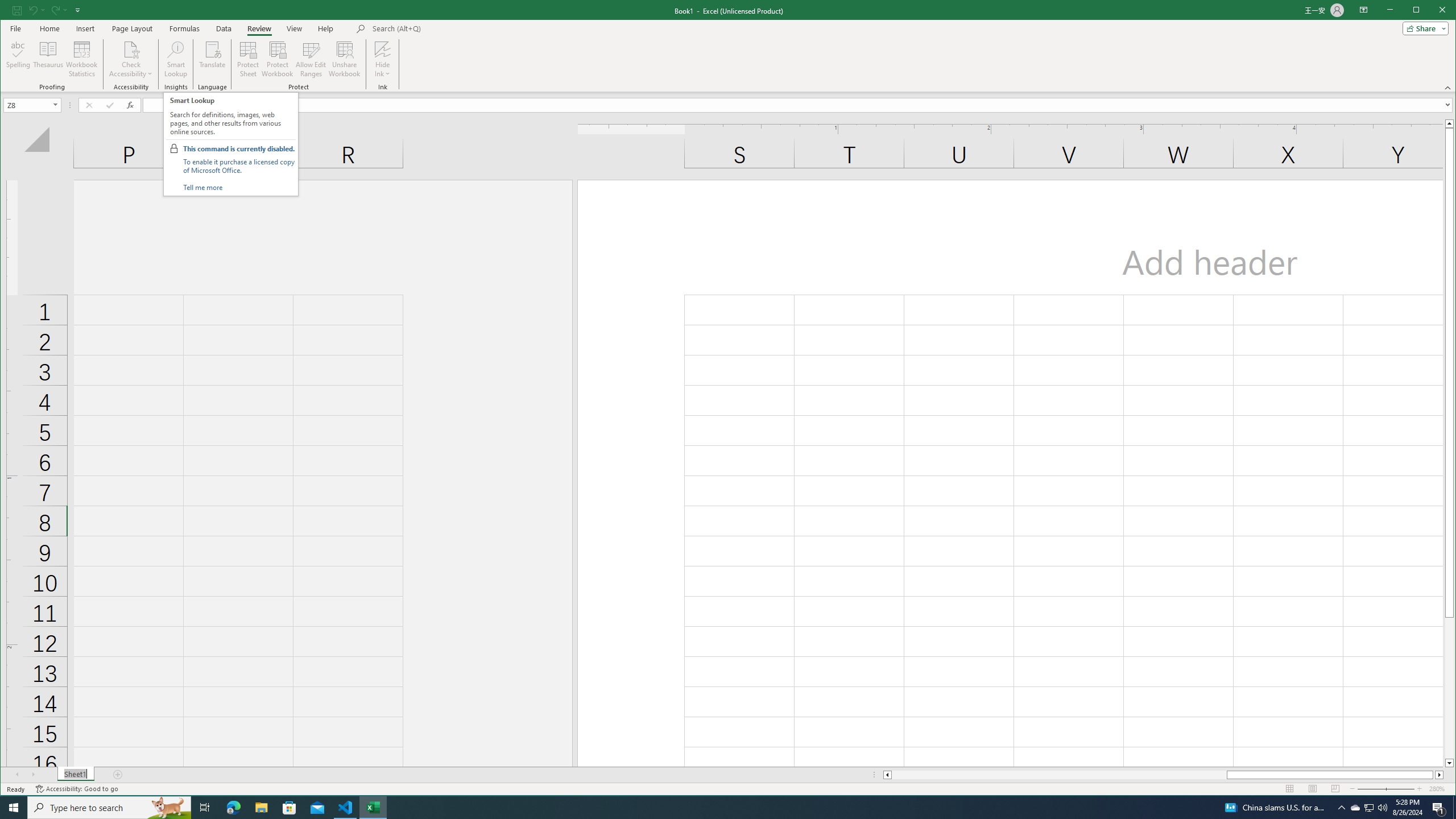 The width and height of the screenshot is (1456, 819). Describe the element at coordinates (1440, 775) in the screenshot. I see `'Column right'` at that location.